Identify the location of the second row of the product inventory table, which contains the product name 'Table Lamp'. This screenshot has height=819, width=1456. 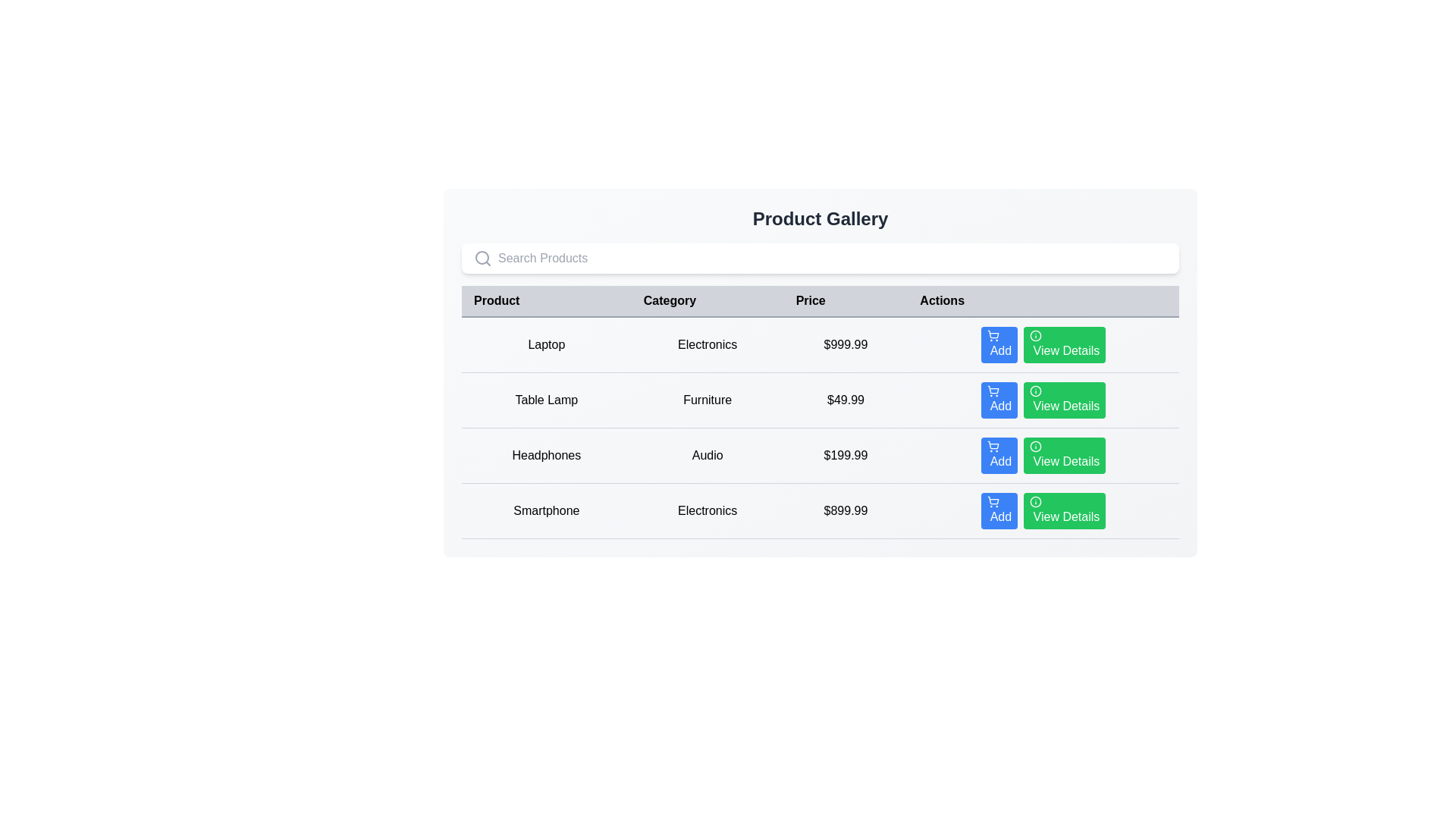
(819, 427).